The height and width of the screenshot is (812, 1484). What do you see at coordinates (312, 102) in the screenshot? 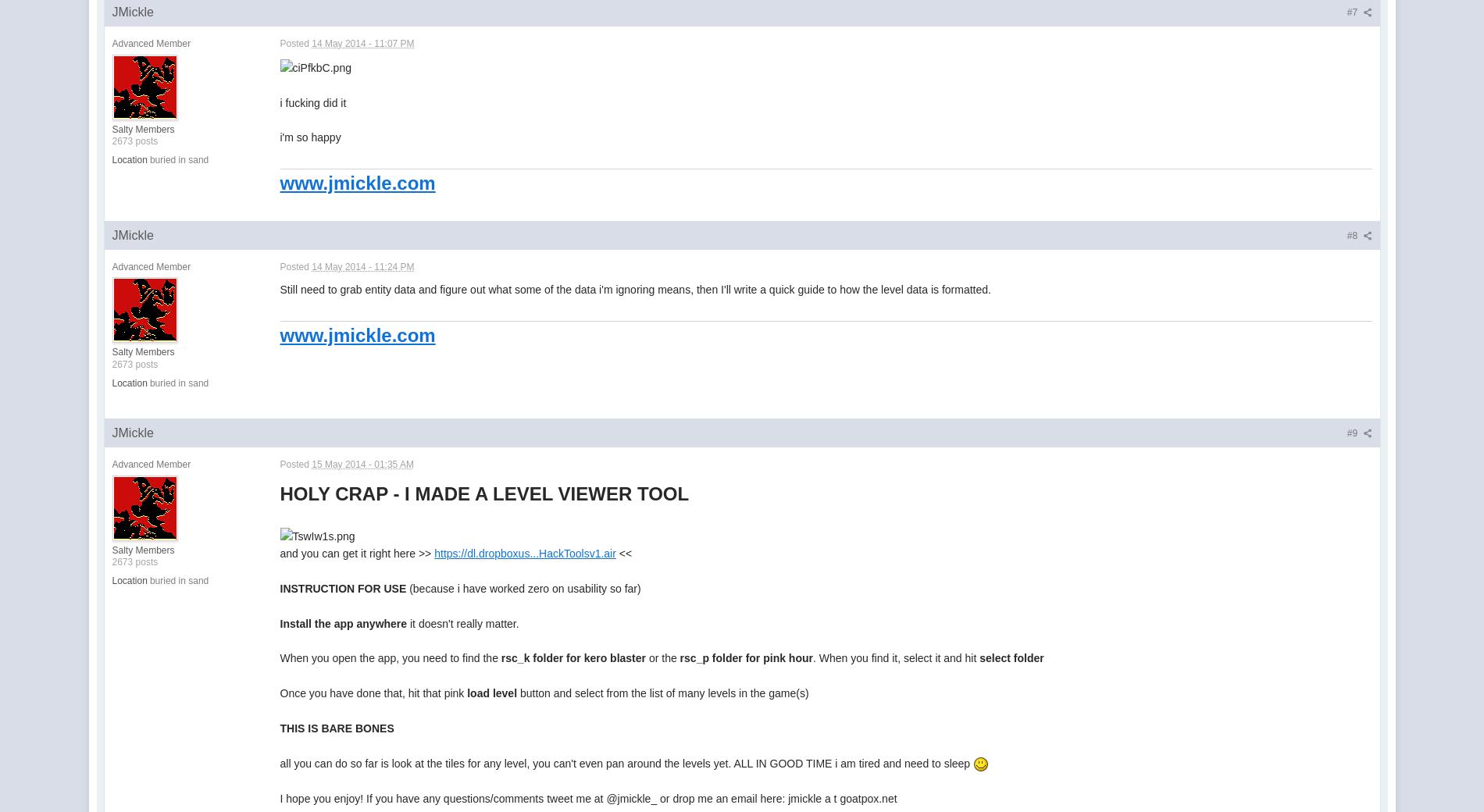
I see `'i fucking did it'` at bounding box center [312, 102].